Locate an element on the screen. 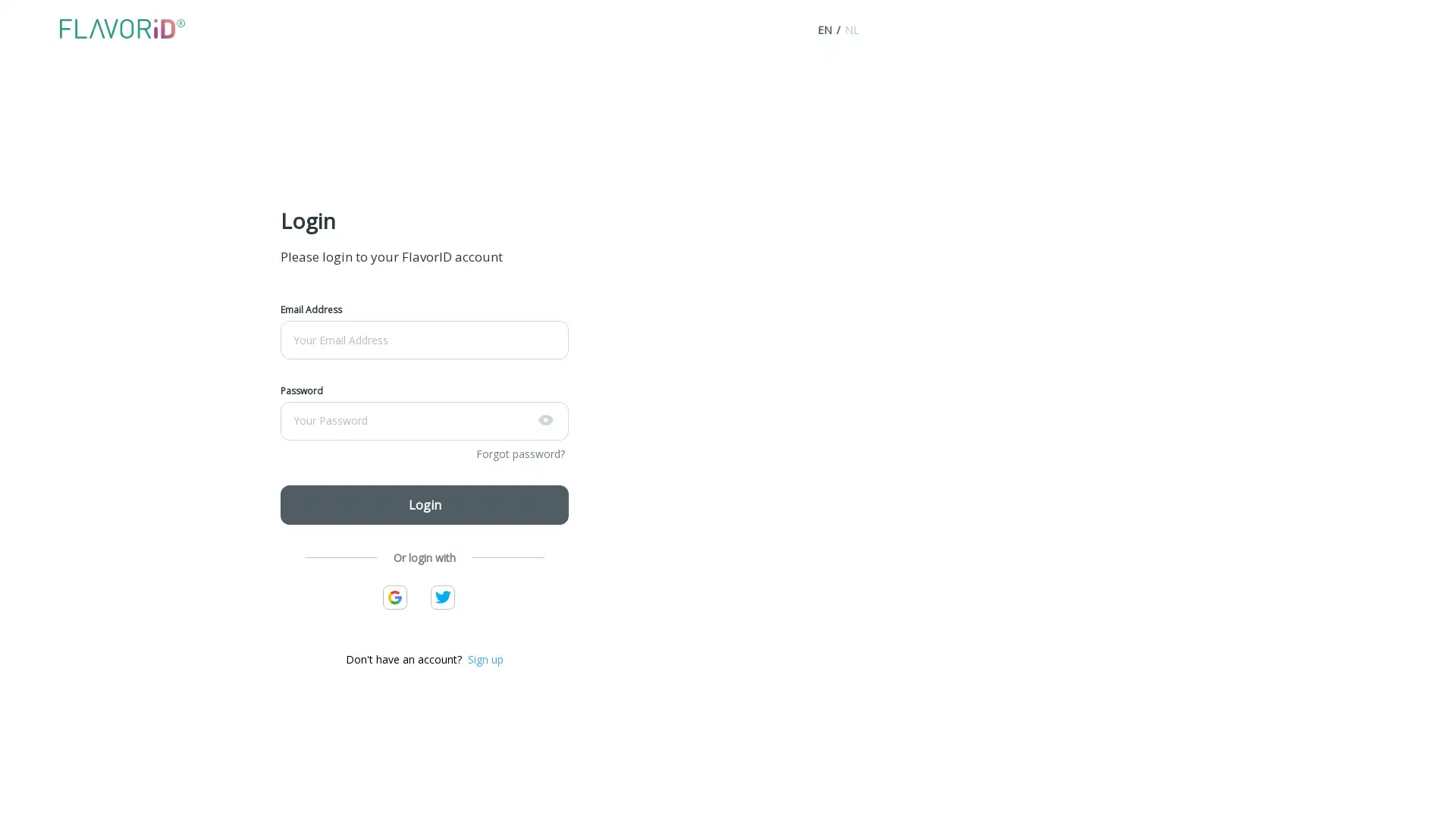 This screenshot has height=819, width=1456. Login is located at coordinates (425, 504).